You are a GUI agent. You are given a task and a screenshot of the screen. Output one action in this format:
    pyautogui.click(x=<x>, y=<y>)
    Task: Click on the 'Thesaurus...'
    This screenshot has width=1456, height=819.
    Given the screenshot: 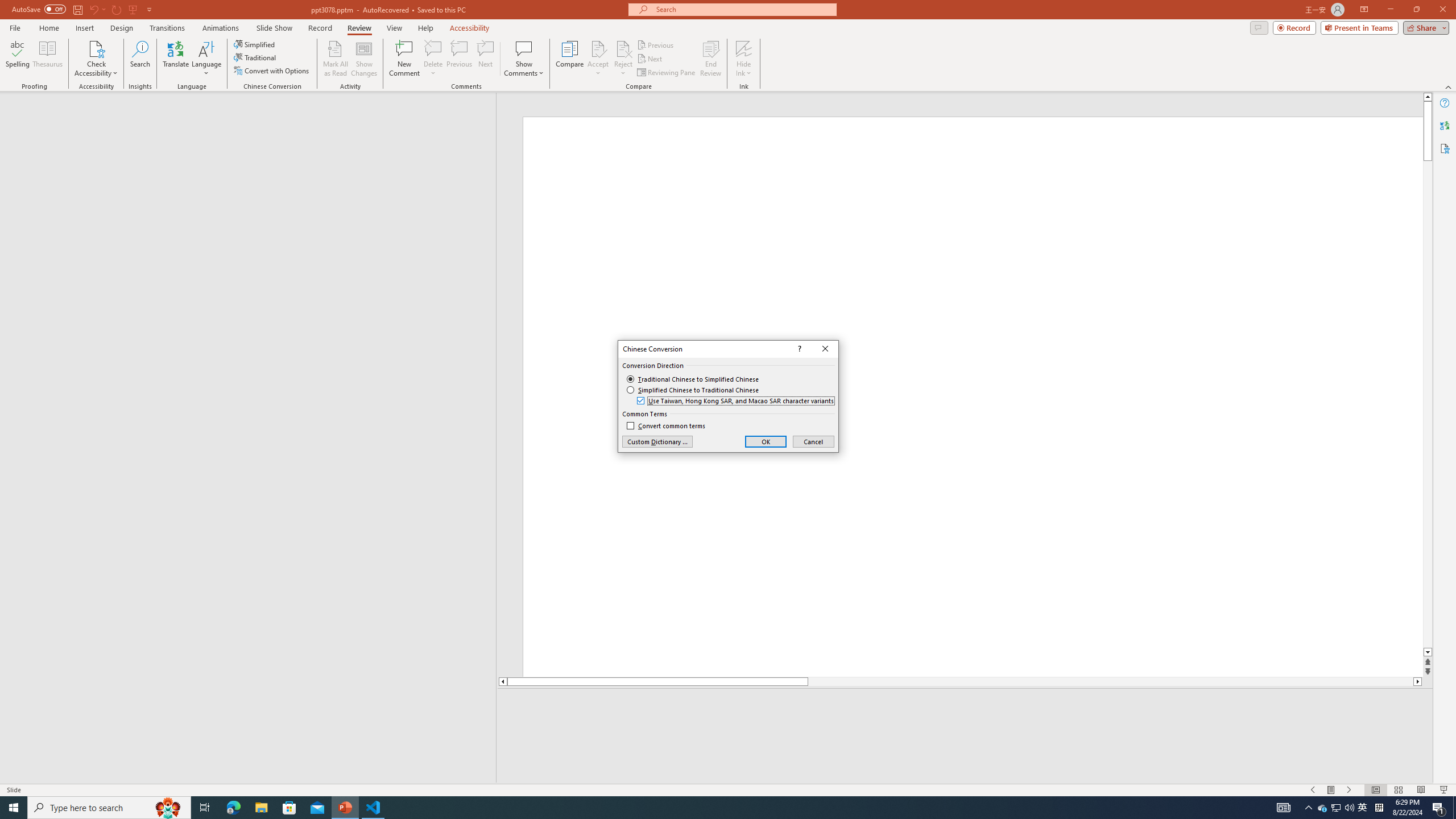 What is the action you would take?
    pyautogui.click(x=47, y=59)
    